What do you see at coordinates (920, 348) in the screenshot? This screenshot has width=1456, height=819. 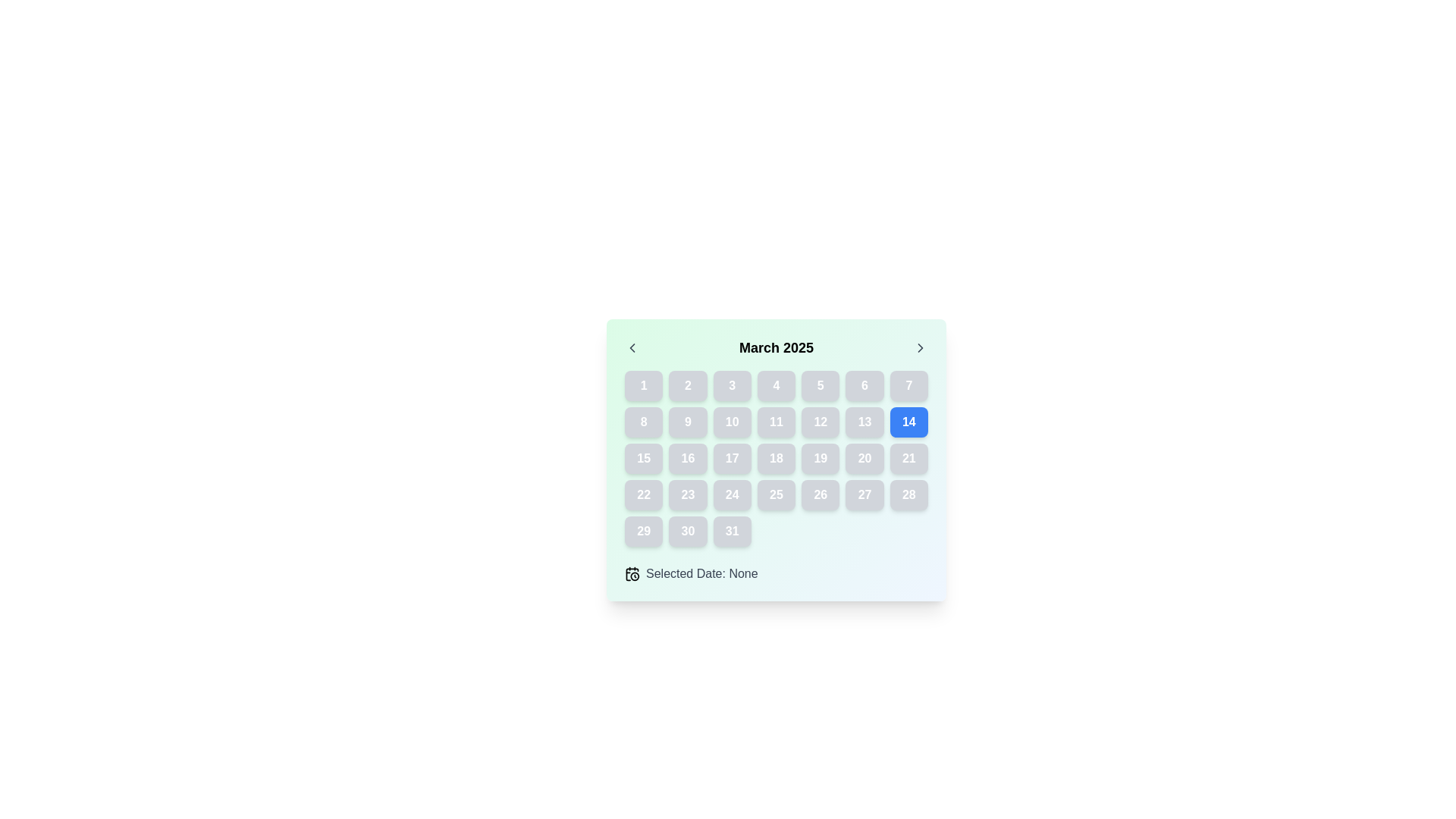 I see `the chevron icon located at the top-right corner of the calendar component, adjacent to the title 'March 2025'` at bounding box center [920, 348].